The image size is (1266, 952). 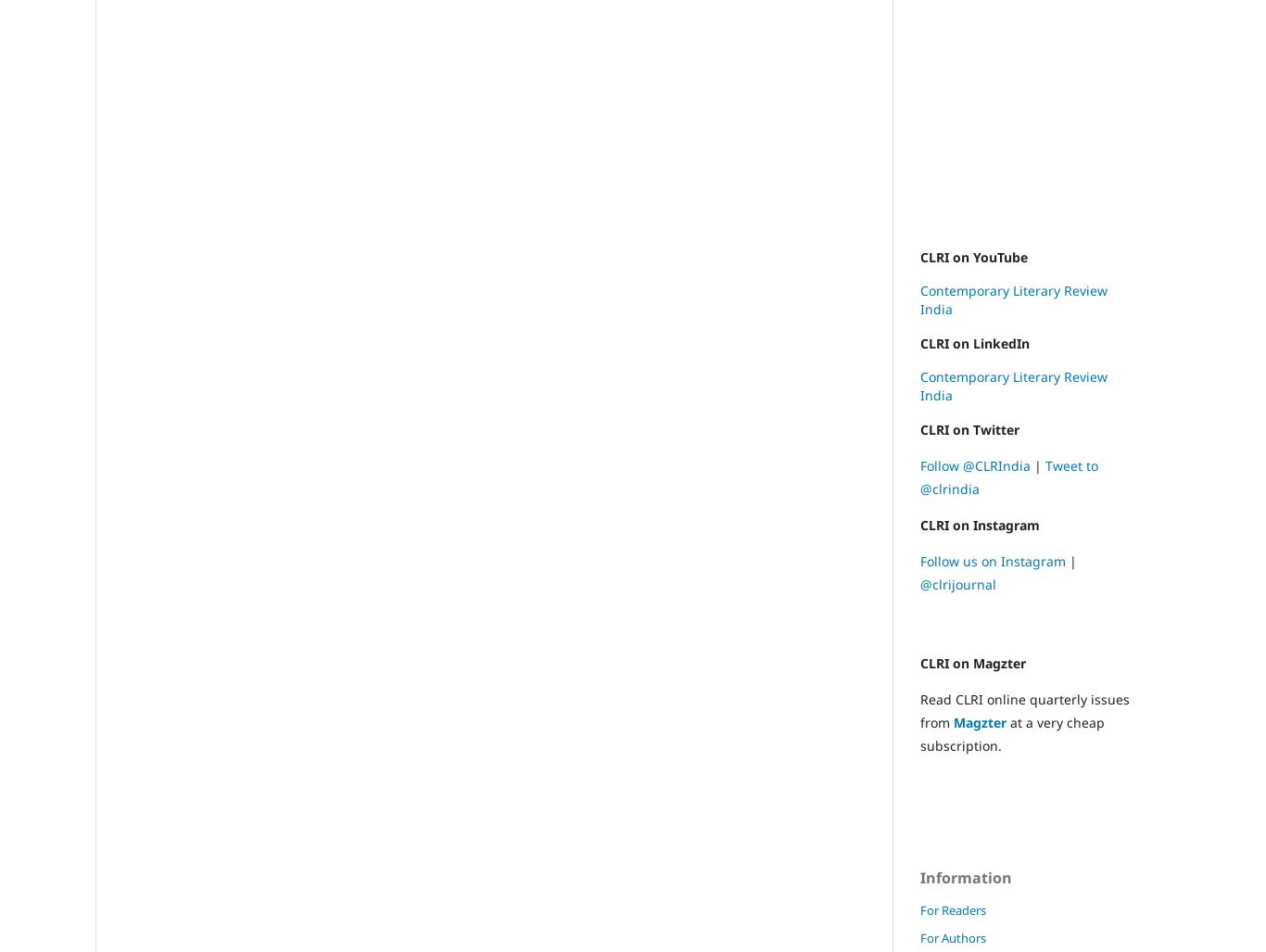 I want to click on 'CLRI on YouTube', so click(x=973, y=257).